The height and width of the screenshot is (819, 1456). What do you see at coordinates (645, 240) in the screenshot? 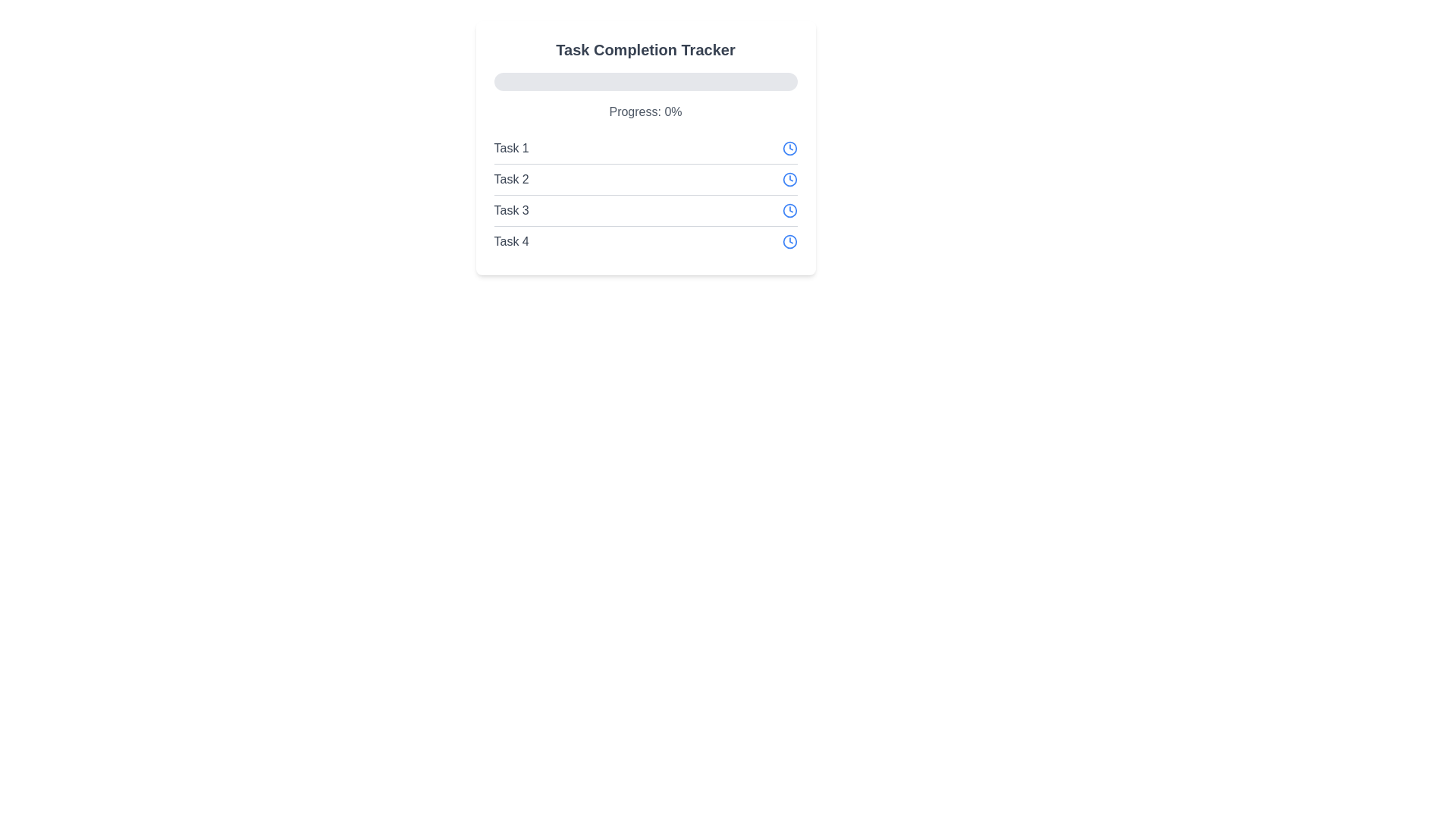
I see `task name 'Task 4' displayed in the fourth row of the task list within the 'Task Completion Tracker' section` at bounding box center [645, 240].